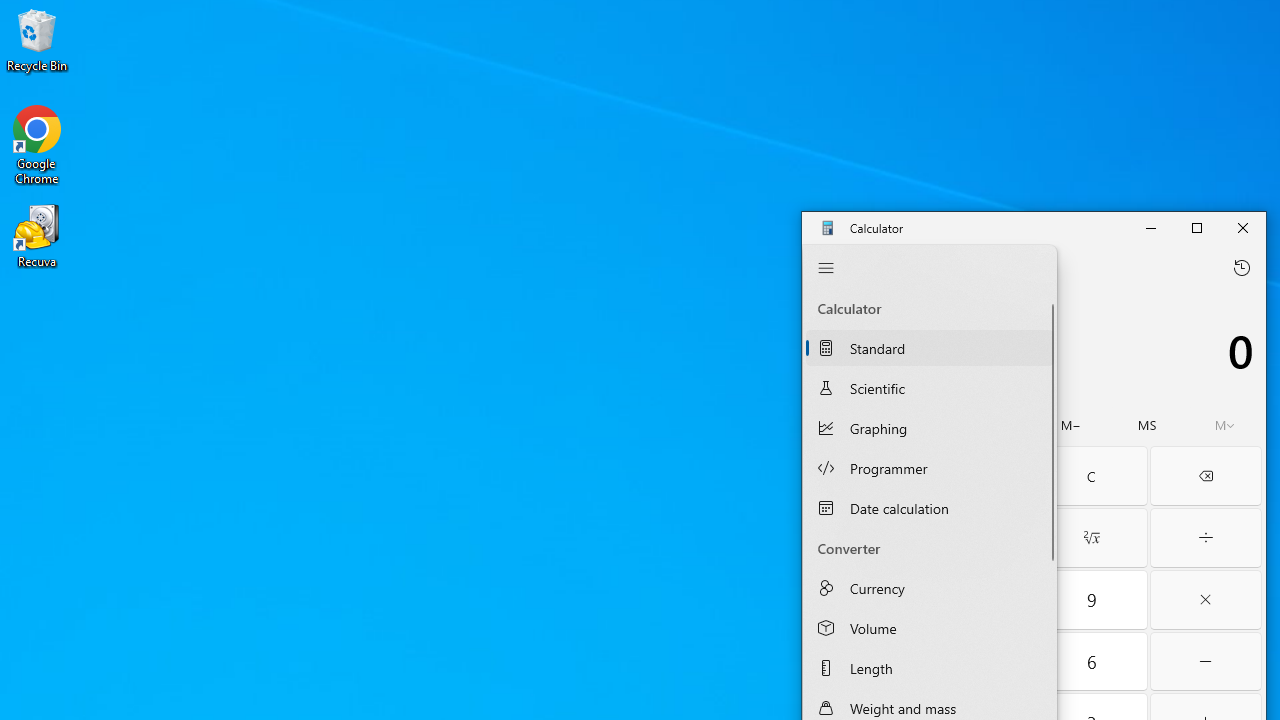 The width and height of the screenshot is (1280, 720). Describe the element at coordinates (928, 426) in the screenshot. I see `'Graphing Calculator'` at that location.